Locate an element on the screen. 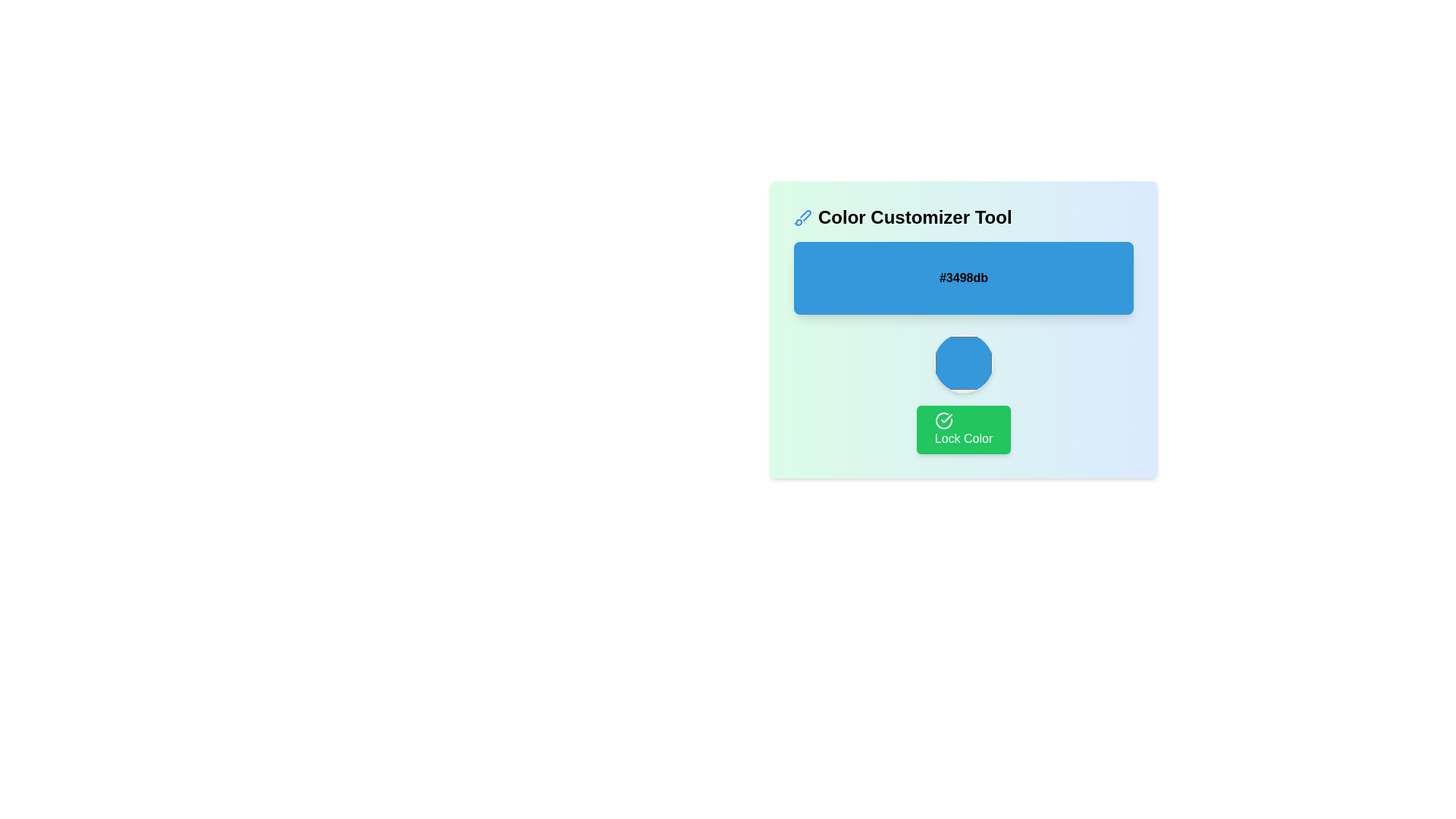  the rectangular blue text box displaying the color code '#3498db', located below the 'Color Customizer Tool' text and above the circular color selector is located at coordinates (963, 278).